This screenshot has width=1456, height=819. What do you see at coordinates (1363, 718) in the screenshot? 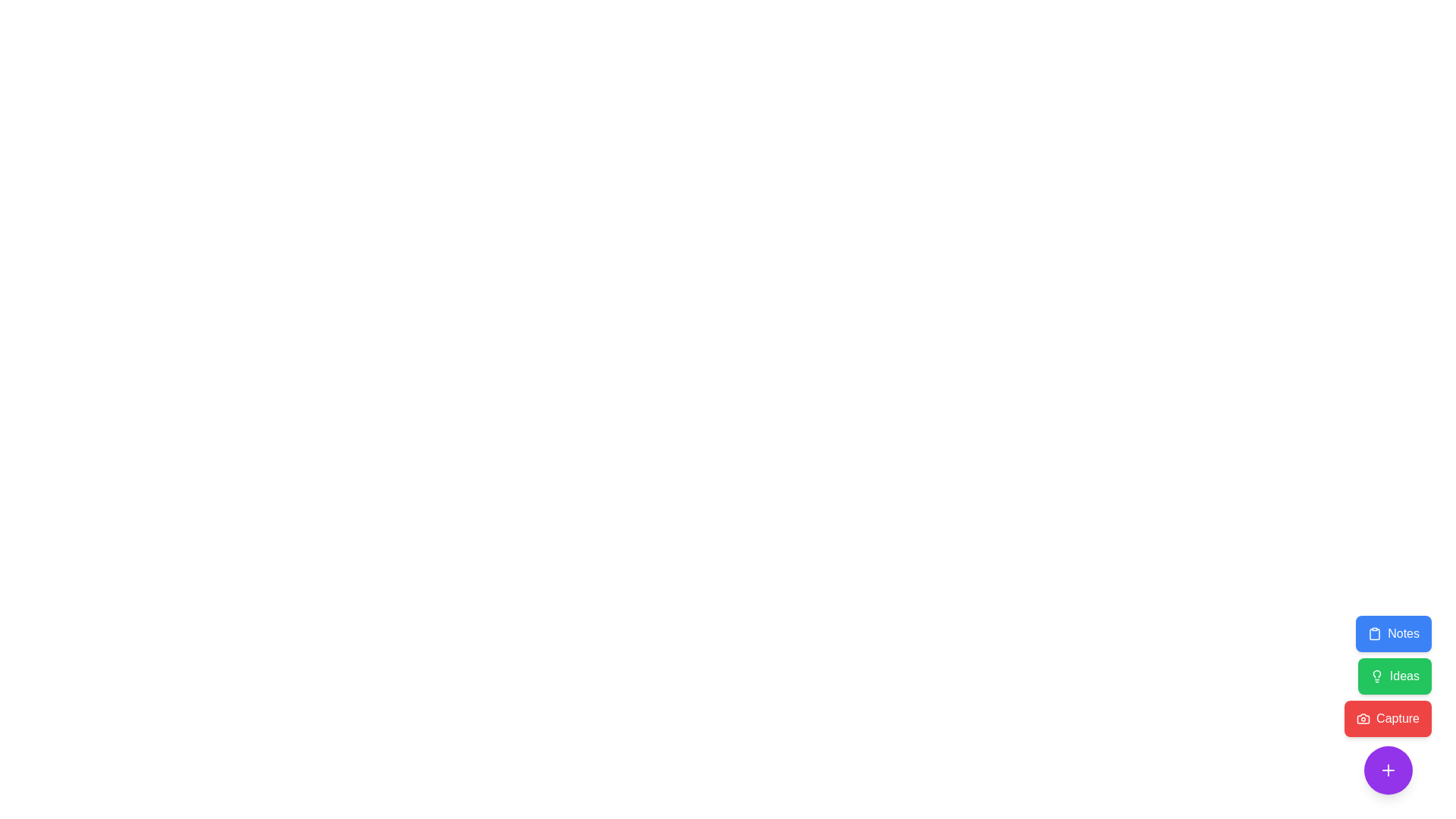
I see `the camera icon located inside the red 'Capture' button, which is part of a vertically stacked button group on the lower-right edge of the interface` at bounding box center [1363, 718].